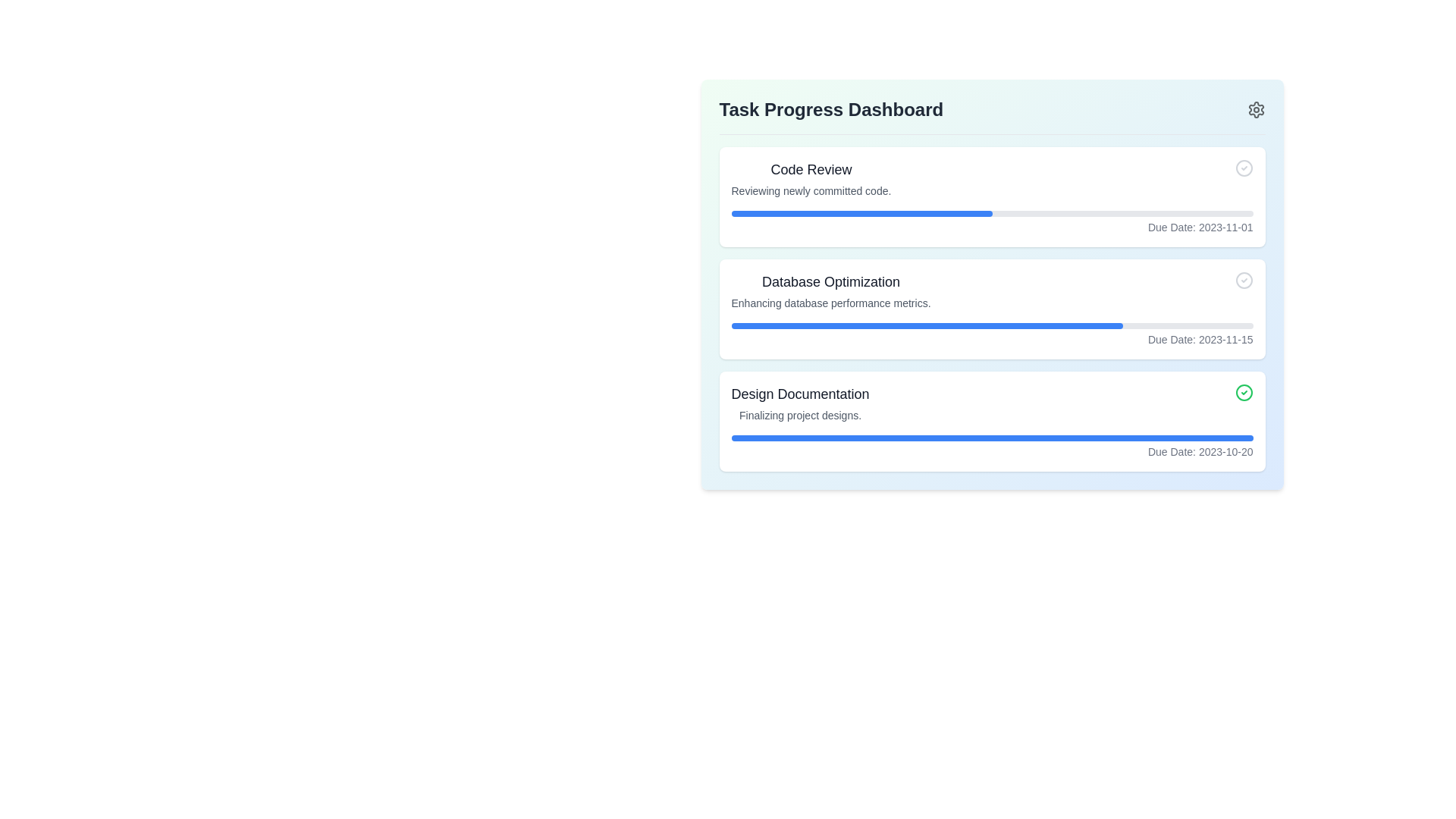 This screenshot has width=1456, height=819. Describe the element at coordinates (799, 403) in the screenshot. I see `the text block that displays 'Design Documentation' and 'Finalizing project designs' within the third task card of the task dashboard interface` at that location.